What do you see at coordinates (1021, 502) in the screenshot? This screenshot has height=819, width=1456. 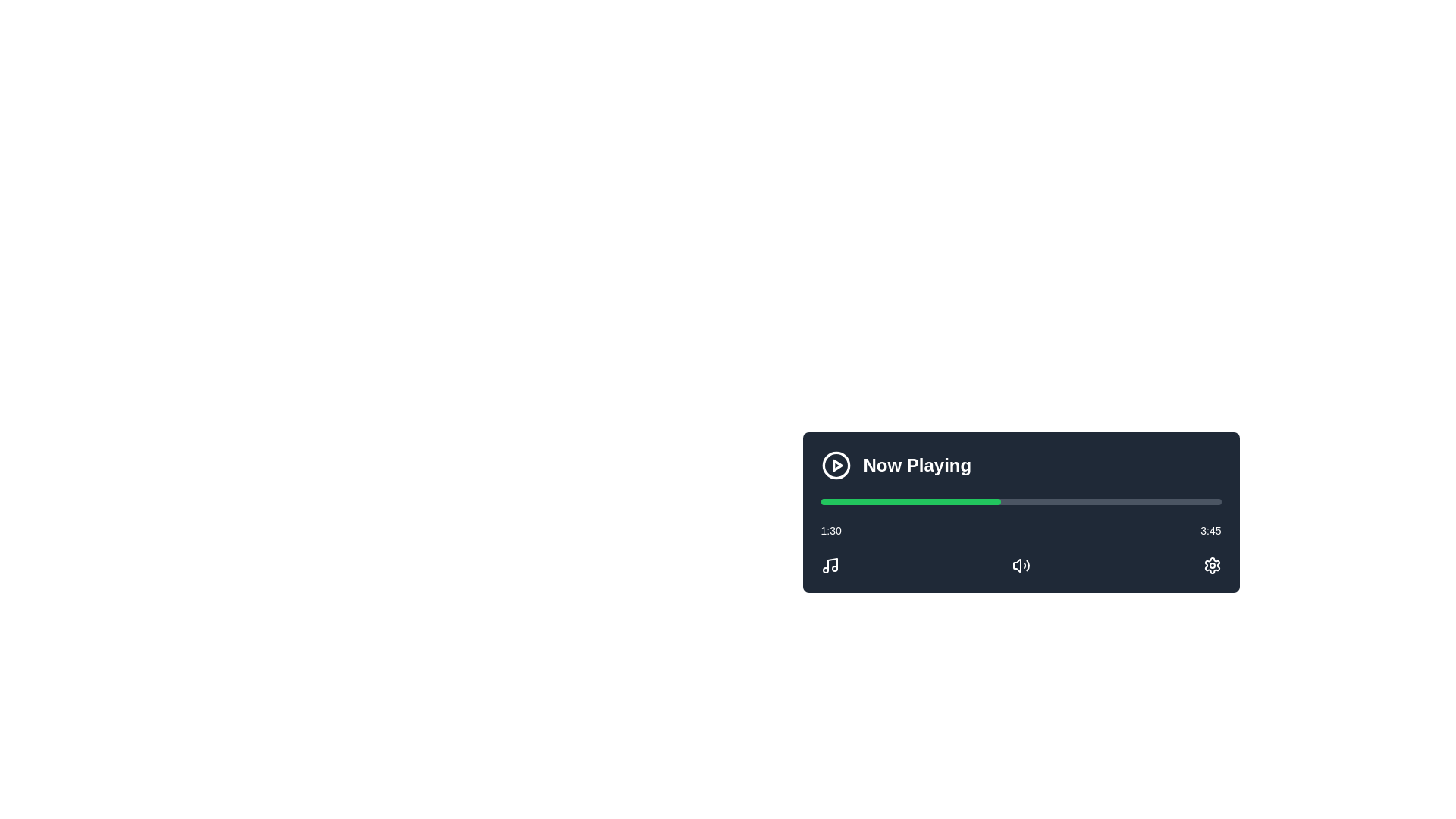 I see `the Progress Bar indicating playback progress of a media item, located below the 'Now Playing' label and above the timestamp indicators` at bounding box center [1021, 502].